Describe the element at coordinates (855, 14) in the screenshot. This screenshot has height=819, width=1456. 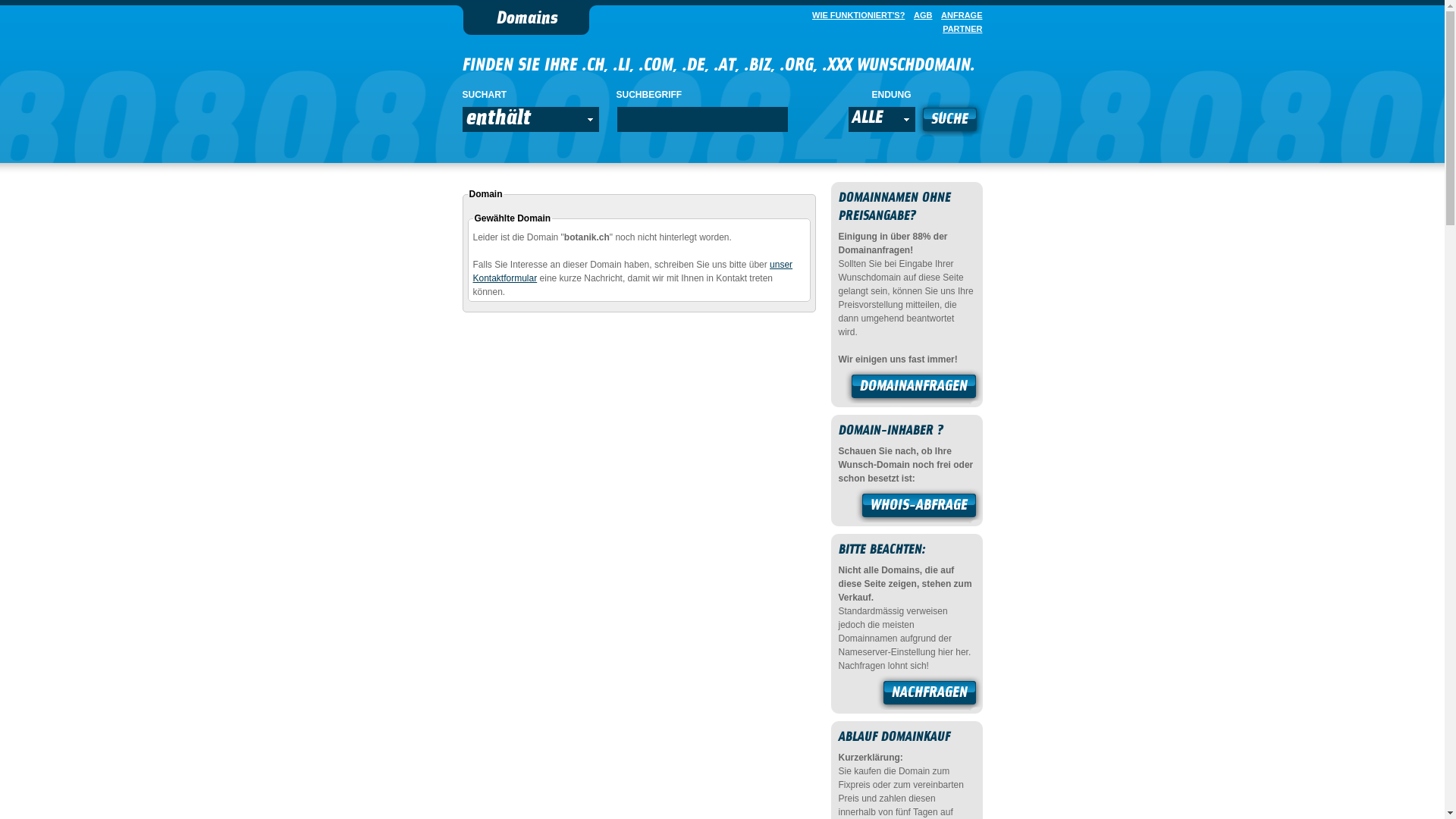
I see `'WIE FUNKTIONIERT'S?'` at that location.